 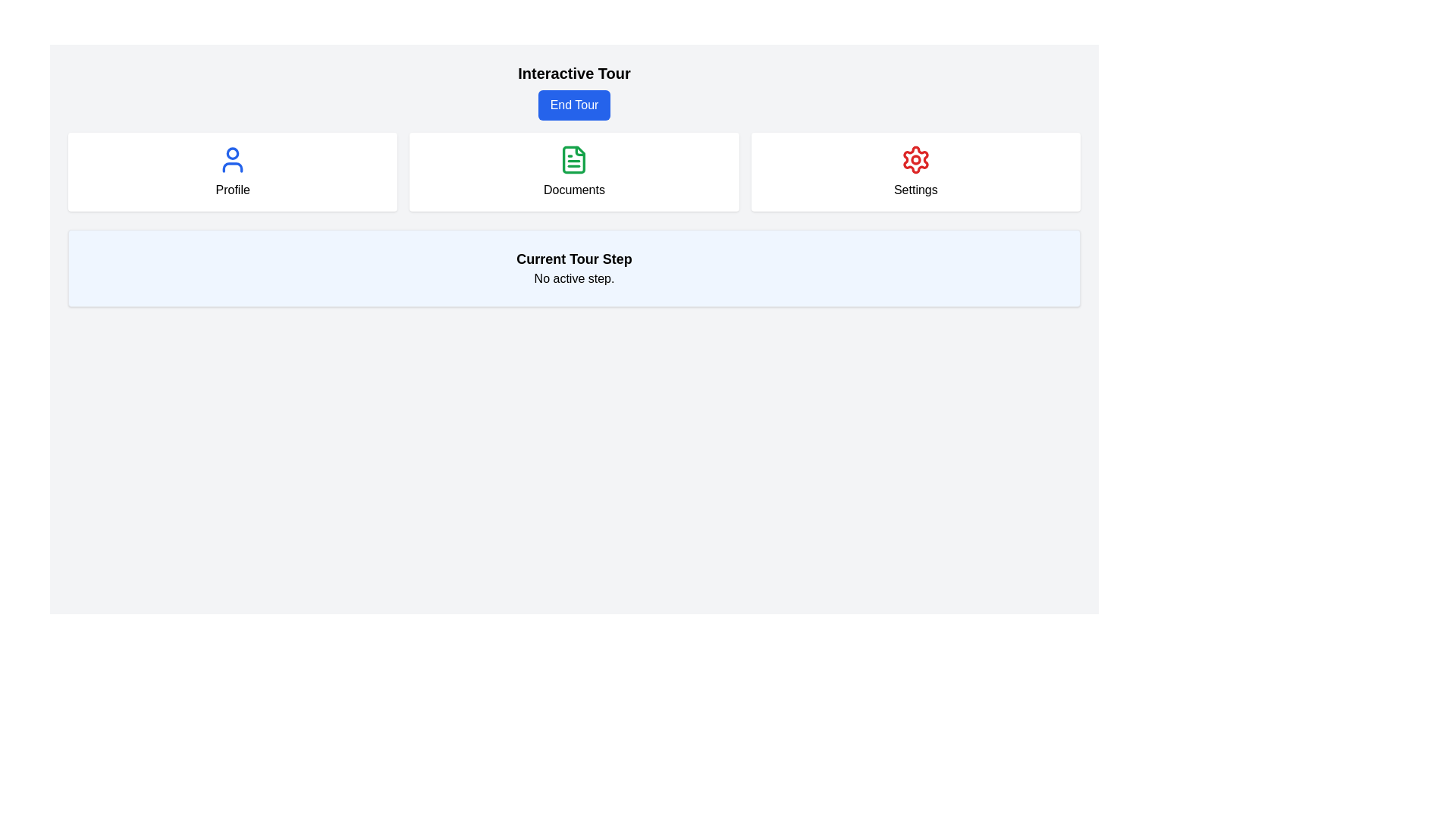 What do you see at coordinates (915, 160) in the screenshot?
I see `the red gear-shaped icon representing settings functionality, located within the white rectangular card labeled 'Settings'` at bounding box center [915, 160].